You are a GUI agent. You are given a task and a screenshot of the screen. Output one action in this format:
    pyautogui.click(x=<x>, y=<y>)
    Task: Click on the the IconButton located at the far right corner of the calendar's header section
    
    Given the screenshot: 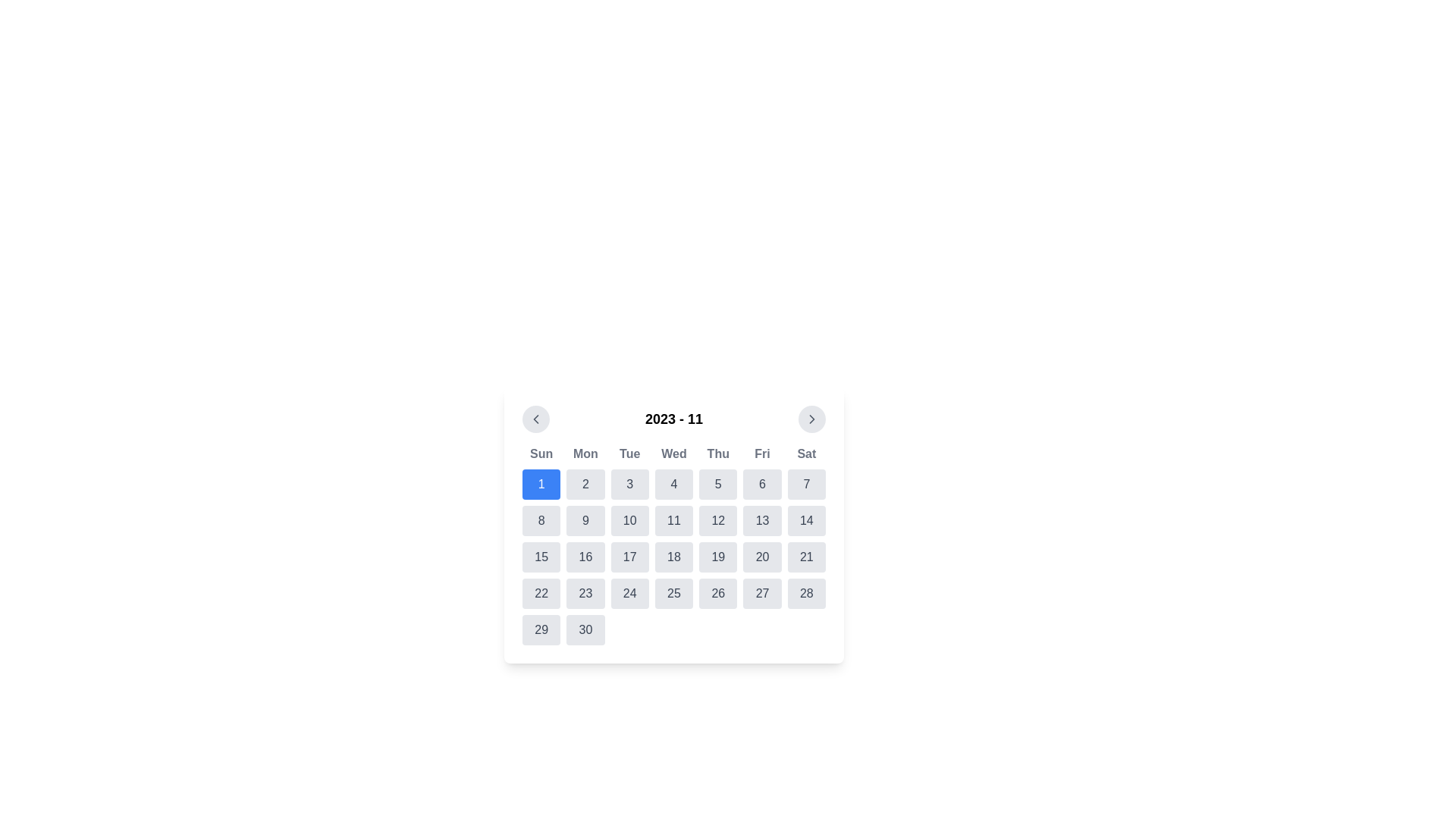 What is the action you would take?
    pyautogui.click(x=811, y=419)
    